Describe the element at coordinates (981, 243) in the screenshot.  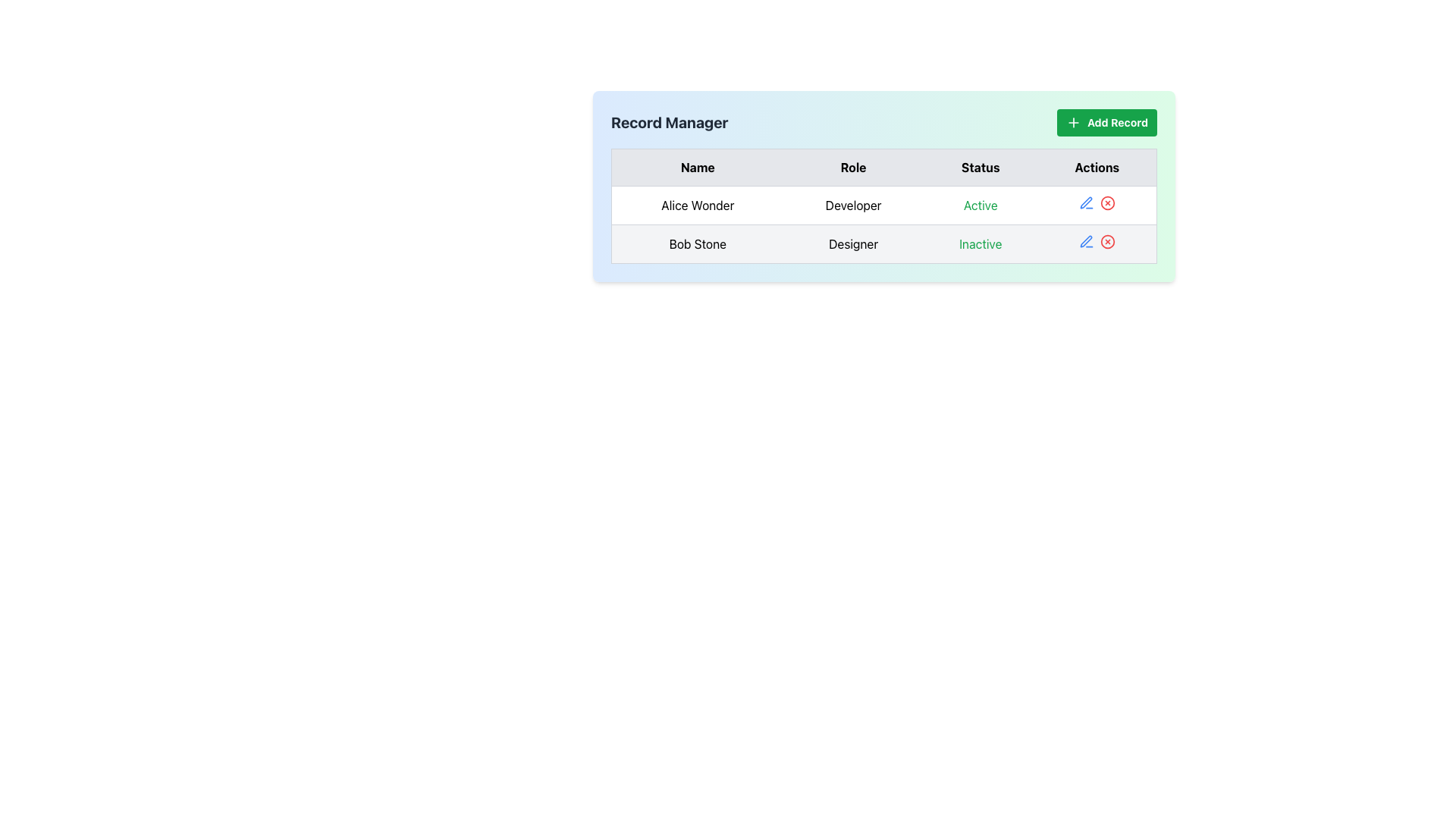
I see `the text label displaying 'Inactive' in green text located in the 'Status' column of the row for 'Bob Stone' under the 'Record Manager' header` at that location.